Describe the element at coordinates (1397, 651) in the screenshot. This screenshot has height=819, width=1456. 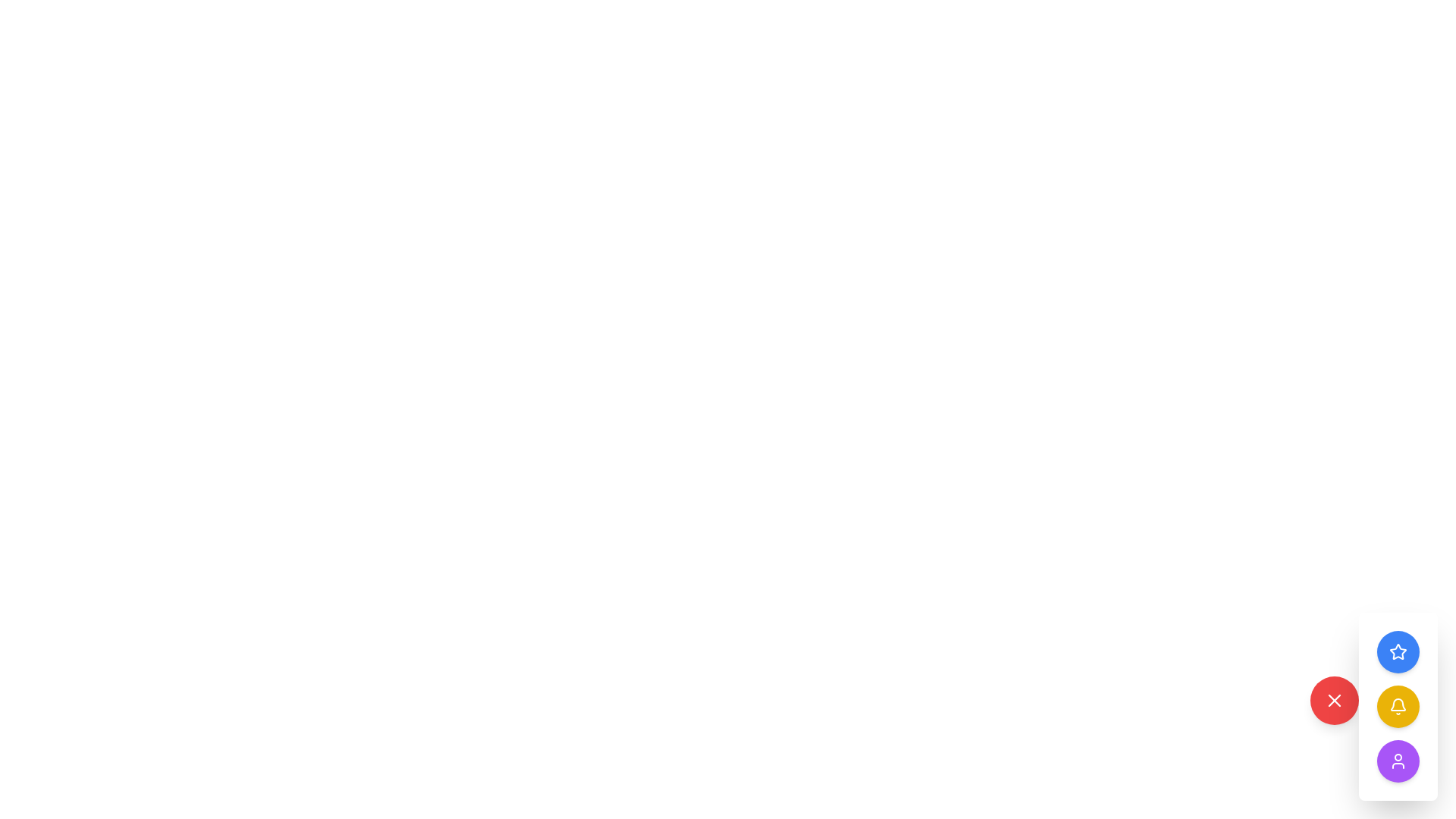
I see `the topmost button in the group of three circular buttons, which is related to marking items as favorites or highlighting them` at that location.